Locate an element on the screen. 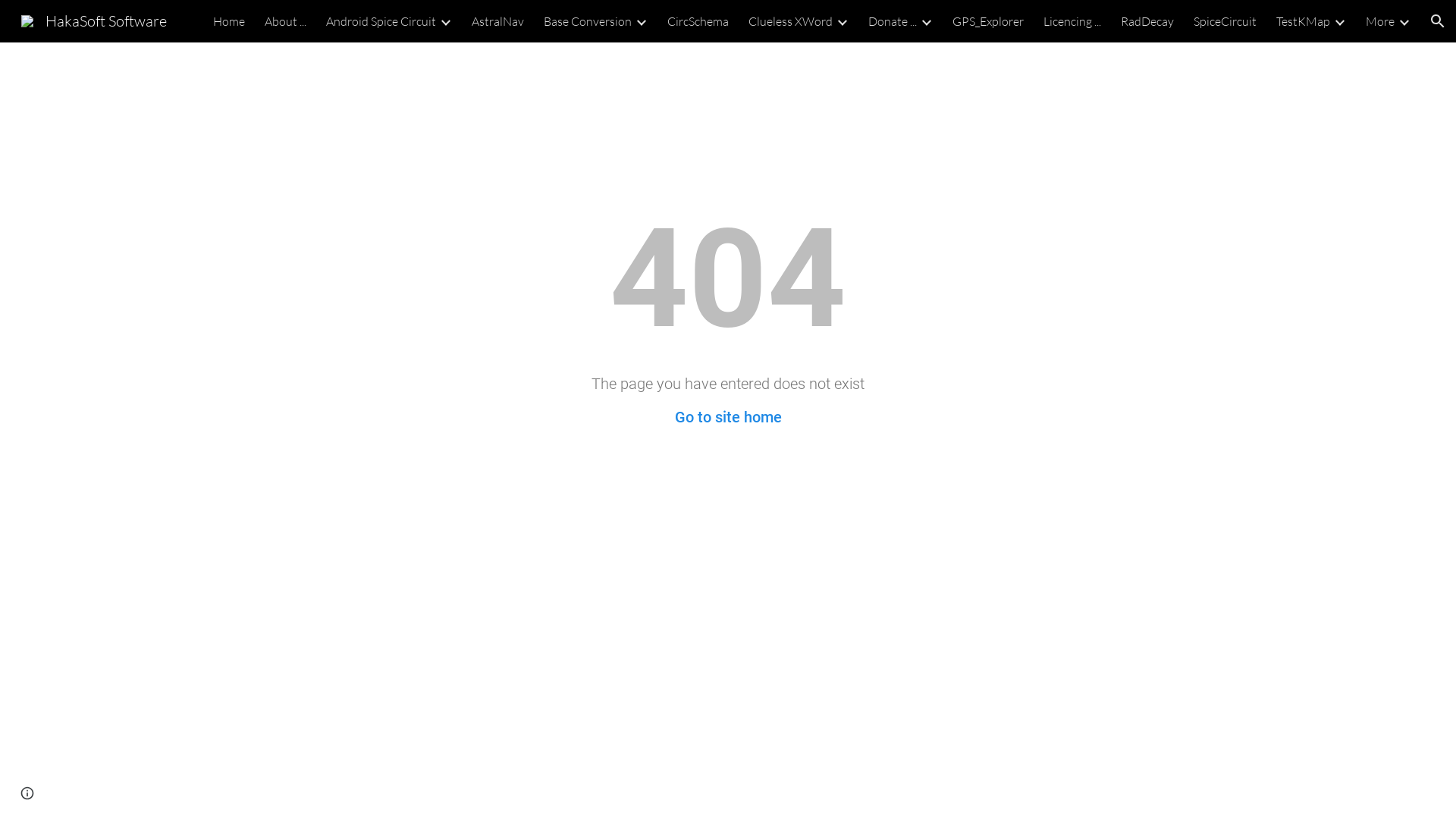 The height and width of the screenshot is (819, 1456). 'TestKMap' is located at coordinates (1302, 20).